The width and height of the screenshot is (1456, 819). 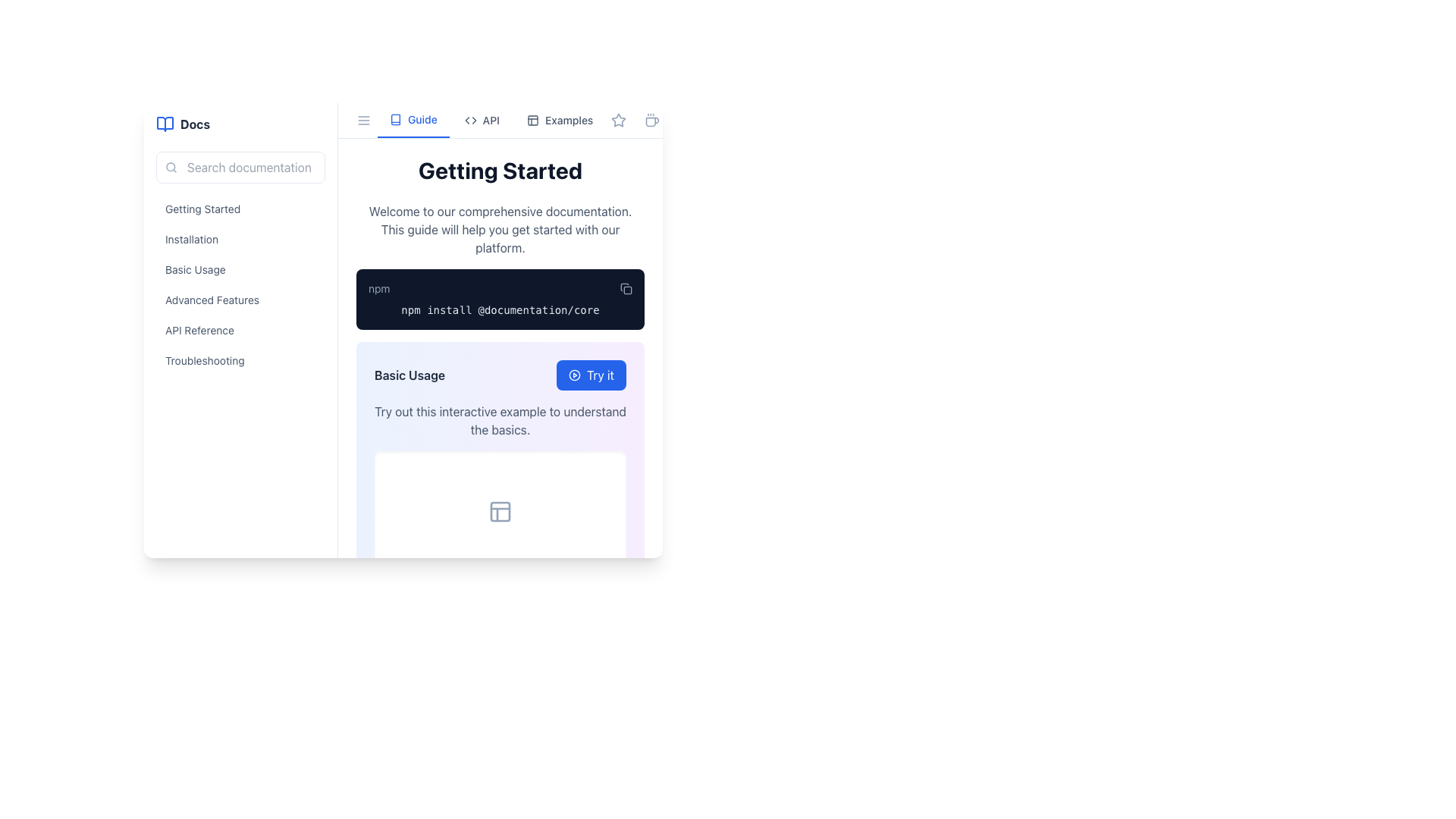 What do you see at coordinates (165, 124) in the screenshot?
I see `the blue book icon located in the sidebar, which features a minimalistic outline design and is positioned to the left of the text 'Docs'` at bounding box center [165, 124].